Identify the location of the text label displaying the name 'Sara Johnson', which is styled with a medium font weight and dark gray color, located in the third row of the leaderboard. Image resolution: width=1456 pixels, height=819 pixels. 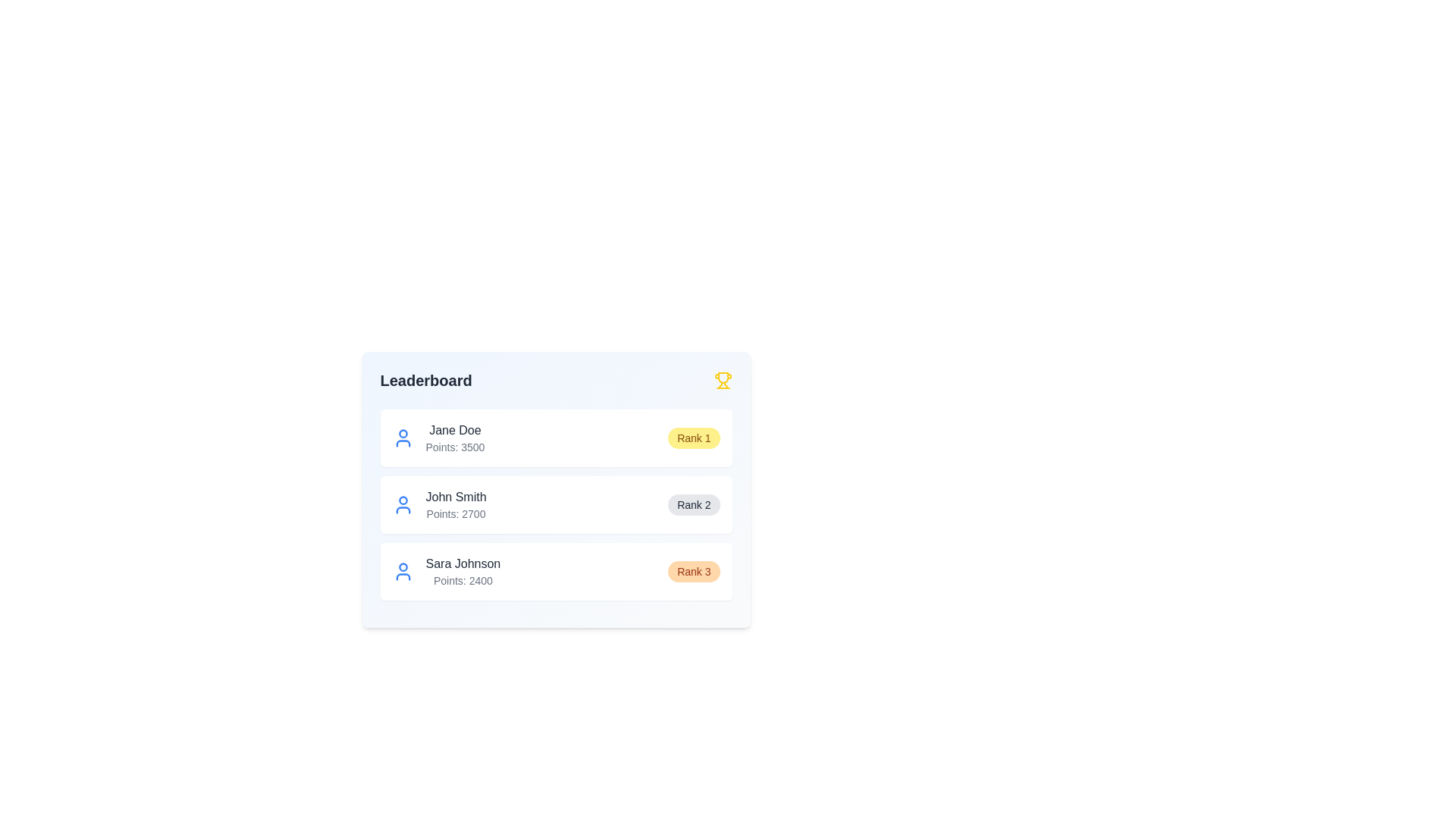
(462, 564).